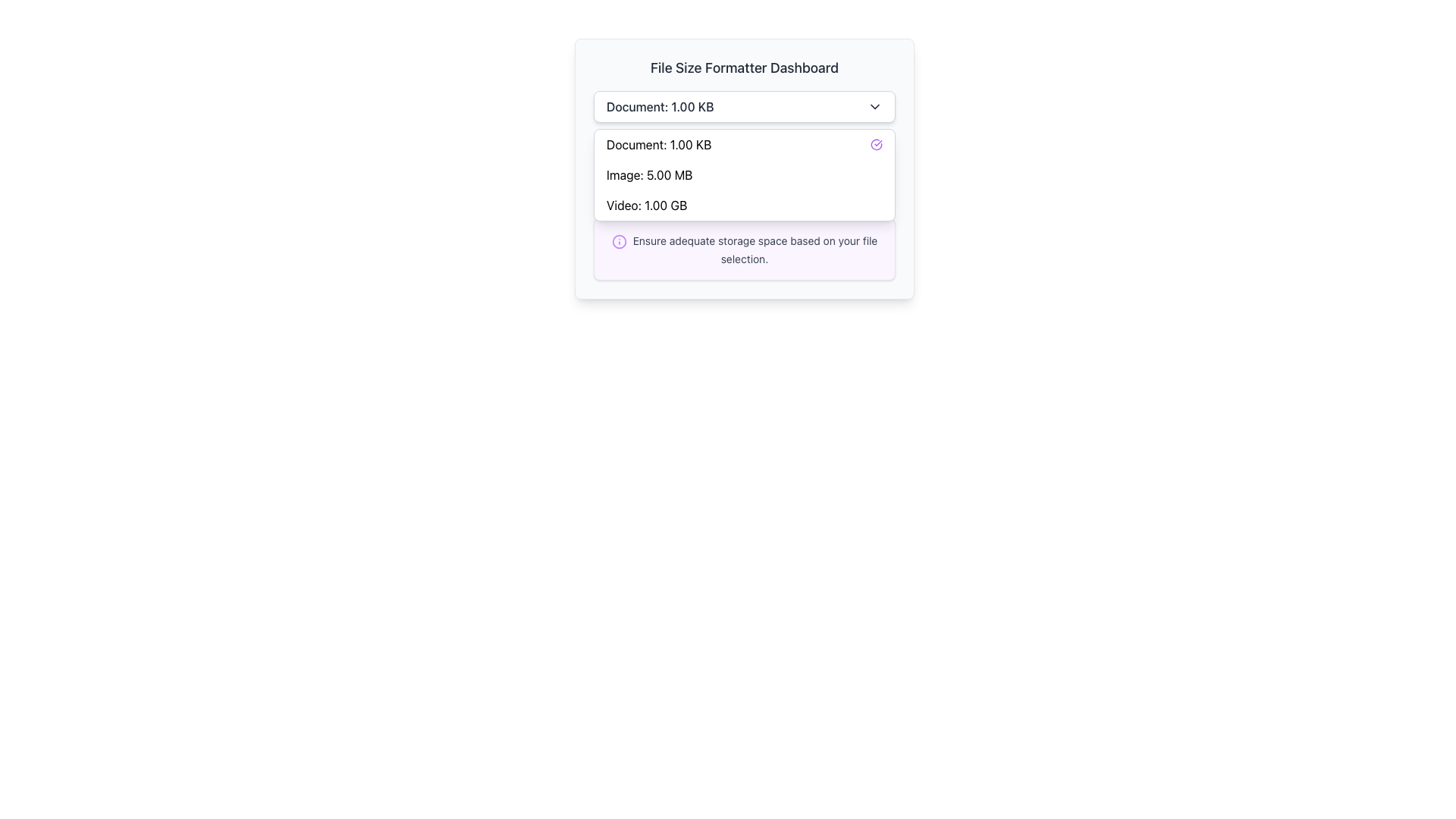 The width and height of the screenshot is (1456, 819). I want to click on the first item in the dropdown menu labeled 'Document: 1.00 KB', so click(745, 145).